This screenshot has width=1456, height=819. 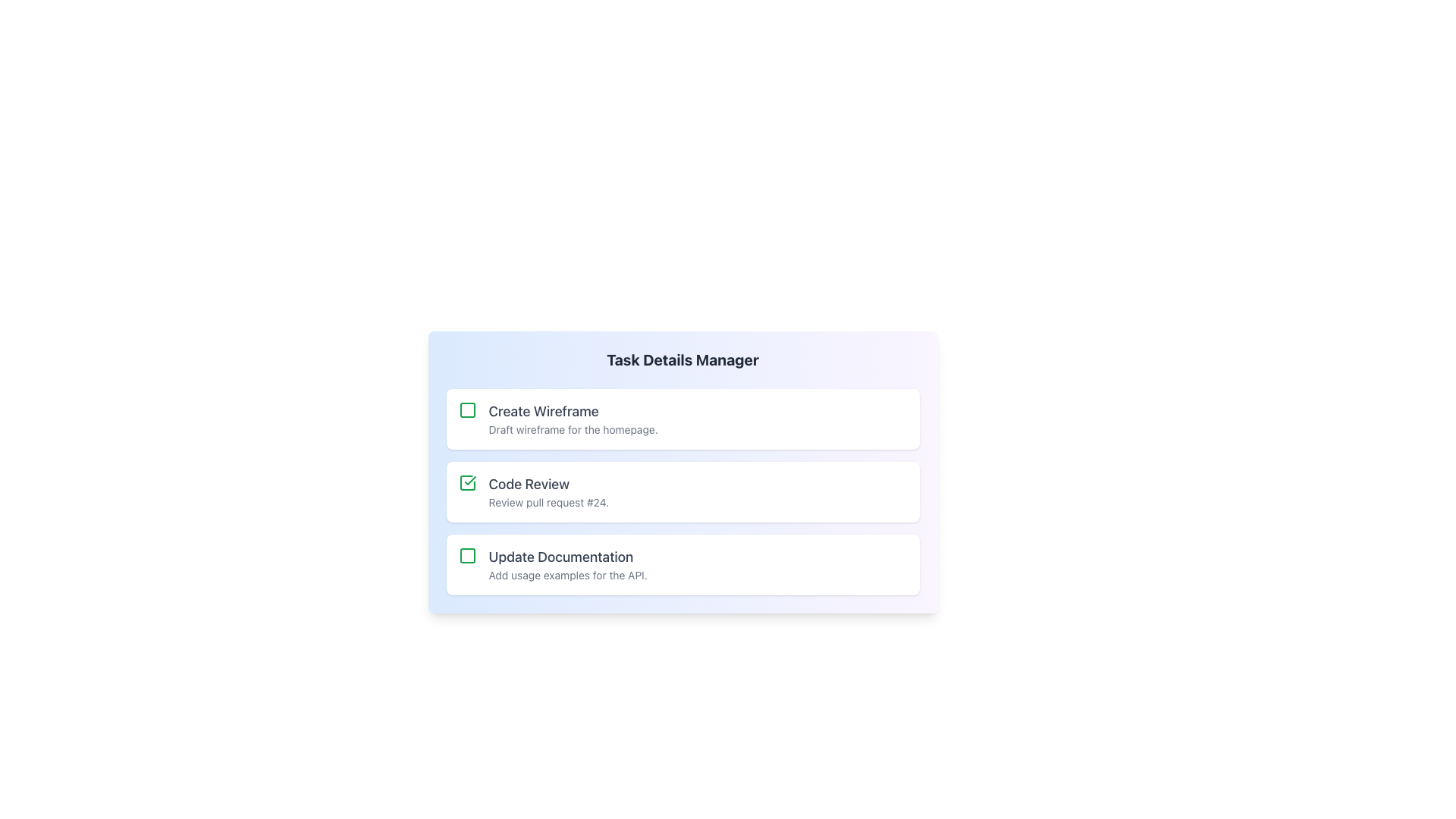 I want to click on title and description of the first task item card in the task list, which is located at the top of the list above 'Code Review' and 'Update Documentation.', so click(x=682, y=419).